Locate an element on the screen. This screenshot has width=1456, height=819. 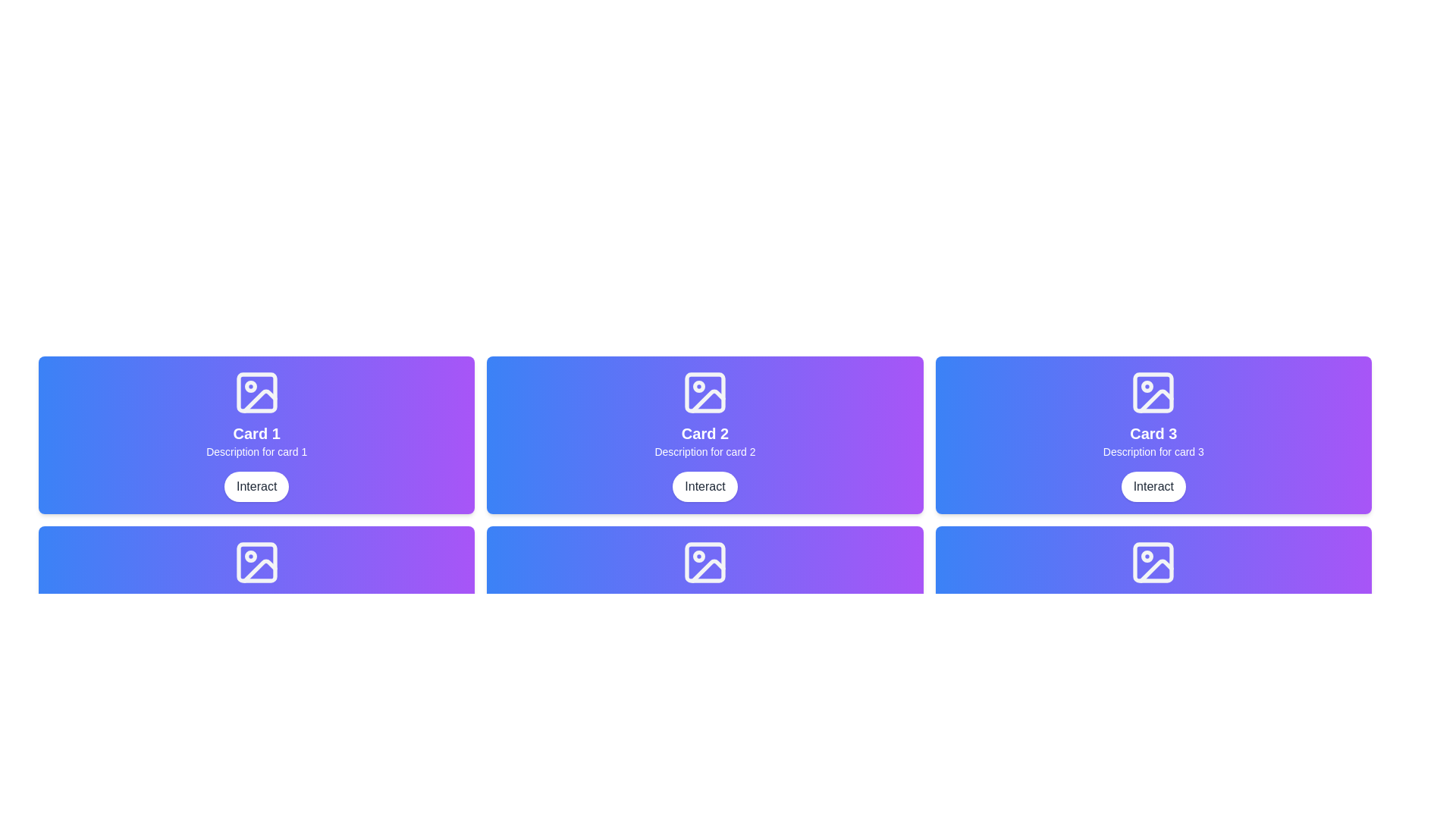
the minimalist icon with a circle and diagonal line located at the top of 'Card 2', which has a gradient blue-to-purple background is located at coordinates (704, 391).